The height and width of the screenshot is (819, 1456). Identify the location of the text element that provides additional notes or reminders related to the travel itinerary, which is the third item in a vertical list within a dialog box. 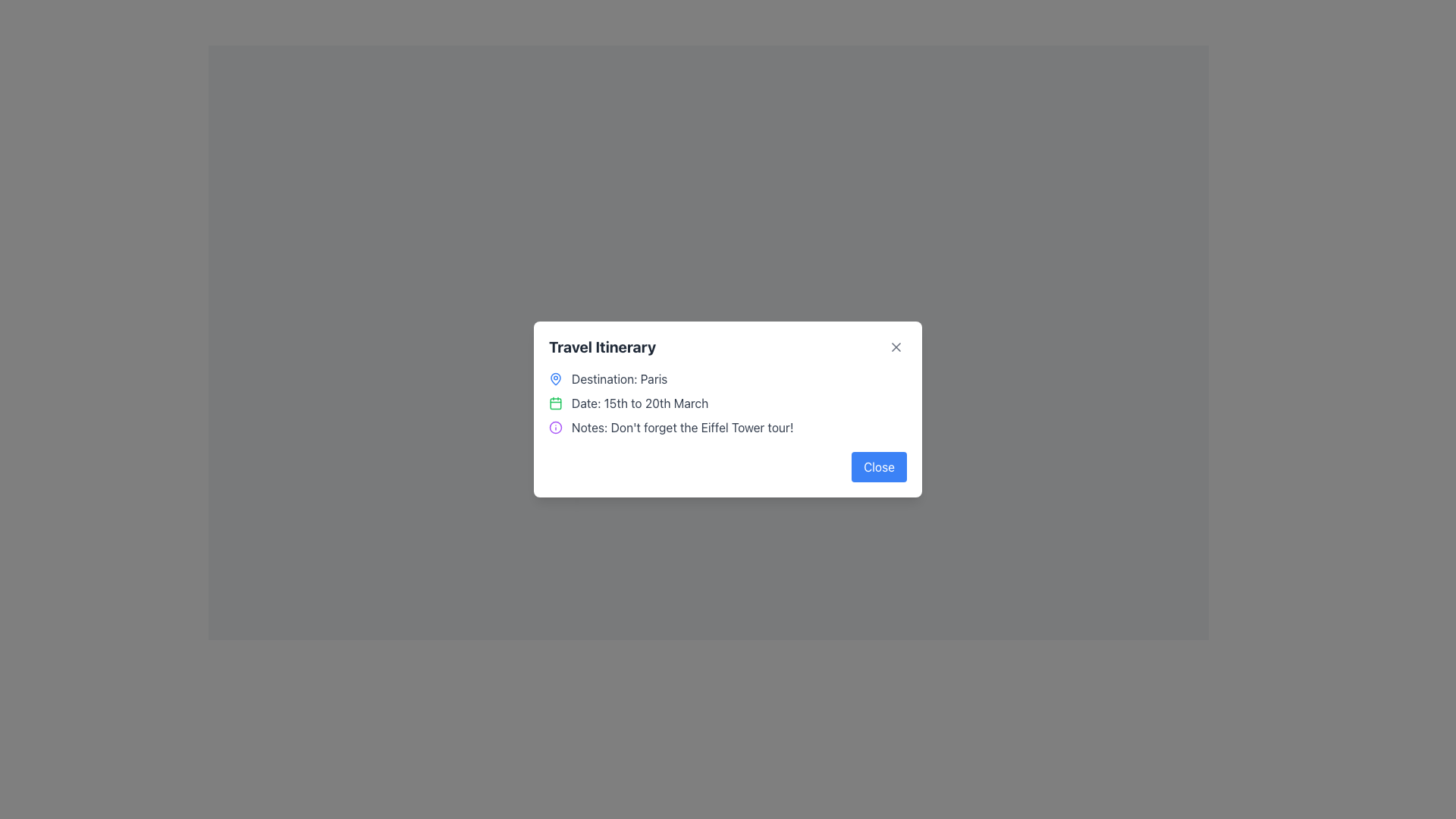
(728, 427).